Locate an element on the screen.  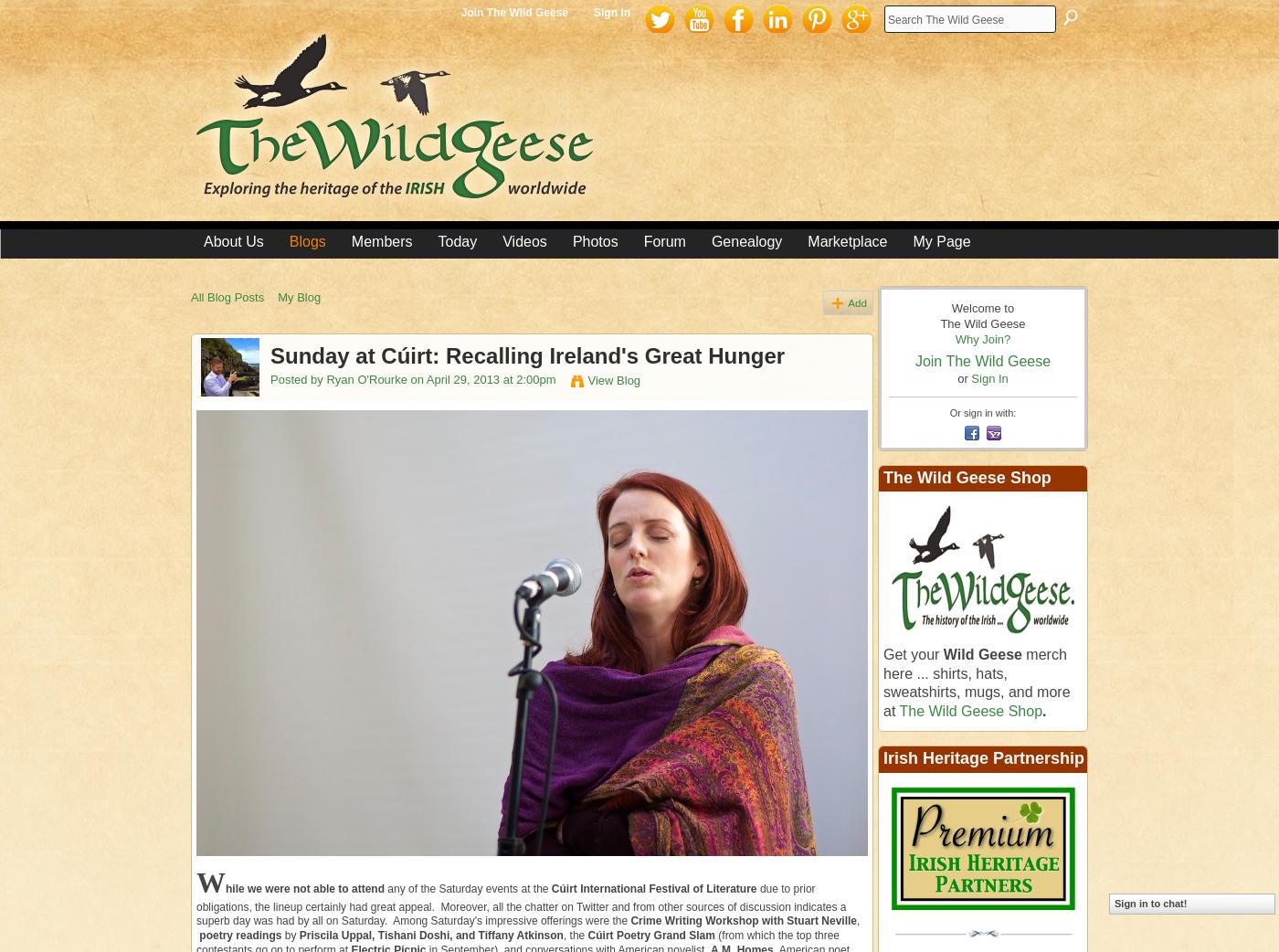
'due to prior obligations, the lineup certainly had great appeal.  Moreover, all the chatter on Twitter and from other sources of discussion indicates a superb day was had by all on Saturday.  Among Saturday's impressive offerings were the' is located at coordinates (521, 904).